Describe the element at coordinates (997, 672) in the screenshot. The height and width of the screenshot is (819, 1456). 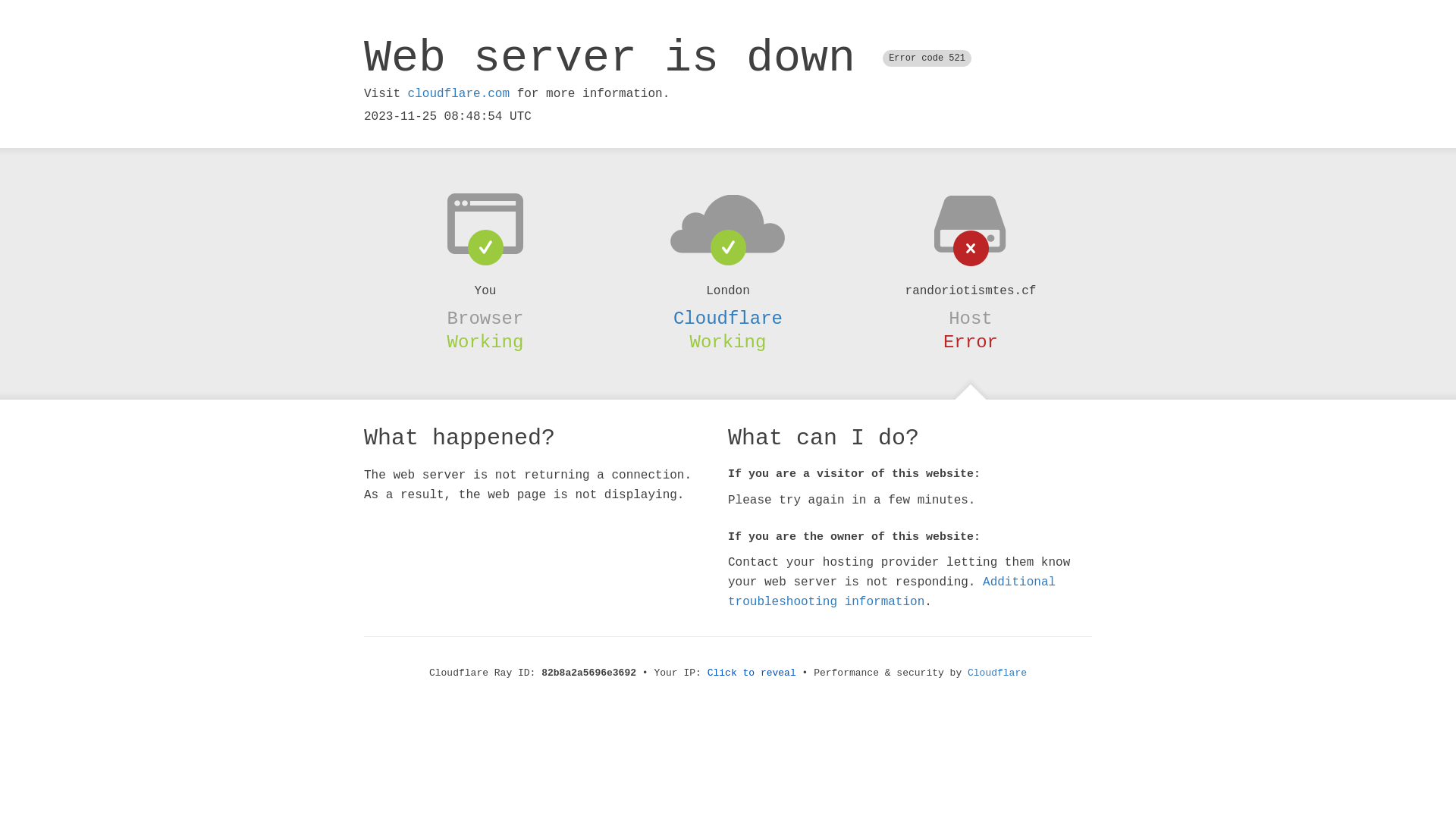
I see `'Cloudflare'` at that location.